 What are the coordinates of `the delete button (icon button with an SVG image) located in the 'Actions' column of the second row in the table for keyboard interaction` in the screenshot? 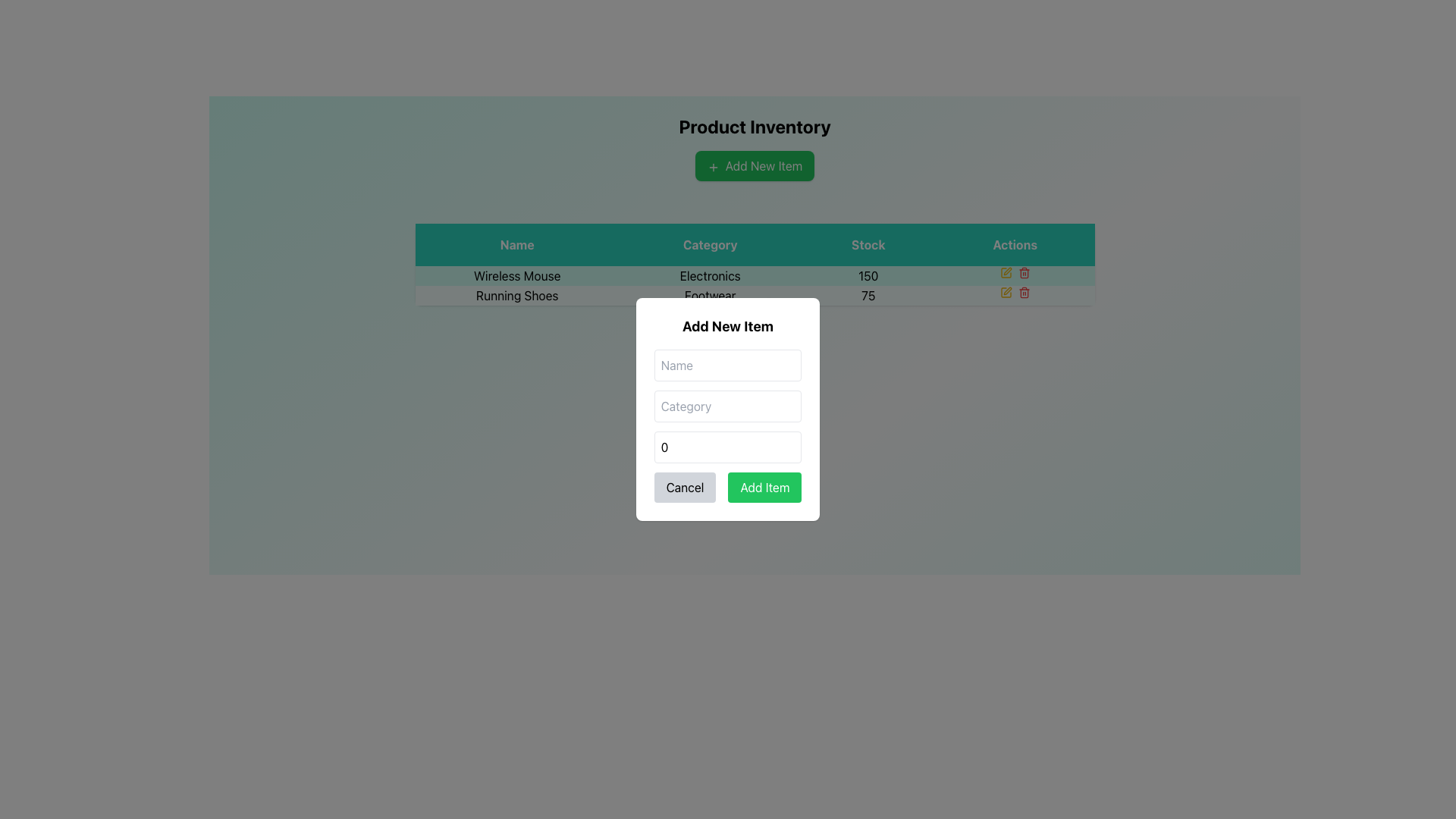 It's located at (1024, 292).